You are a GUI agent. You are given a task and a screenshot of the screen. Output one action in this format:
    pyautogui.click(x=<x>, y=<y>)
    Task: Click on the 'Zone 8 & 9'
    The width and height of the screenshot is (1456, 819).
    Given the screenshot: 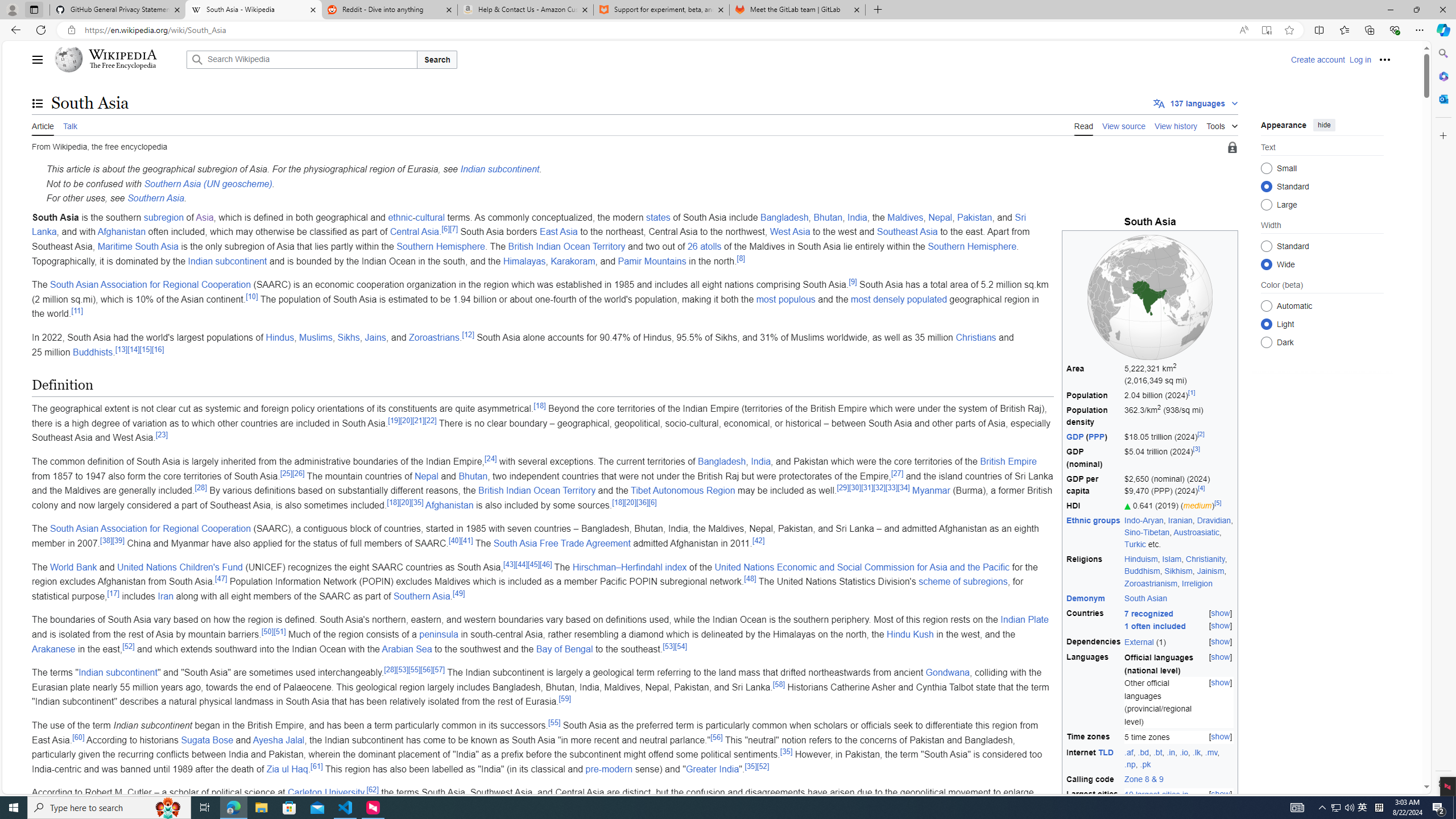 What is the action you would take?
    pyautogui.click(x=1143, y=779)
    